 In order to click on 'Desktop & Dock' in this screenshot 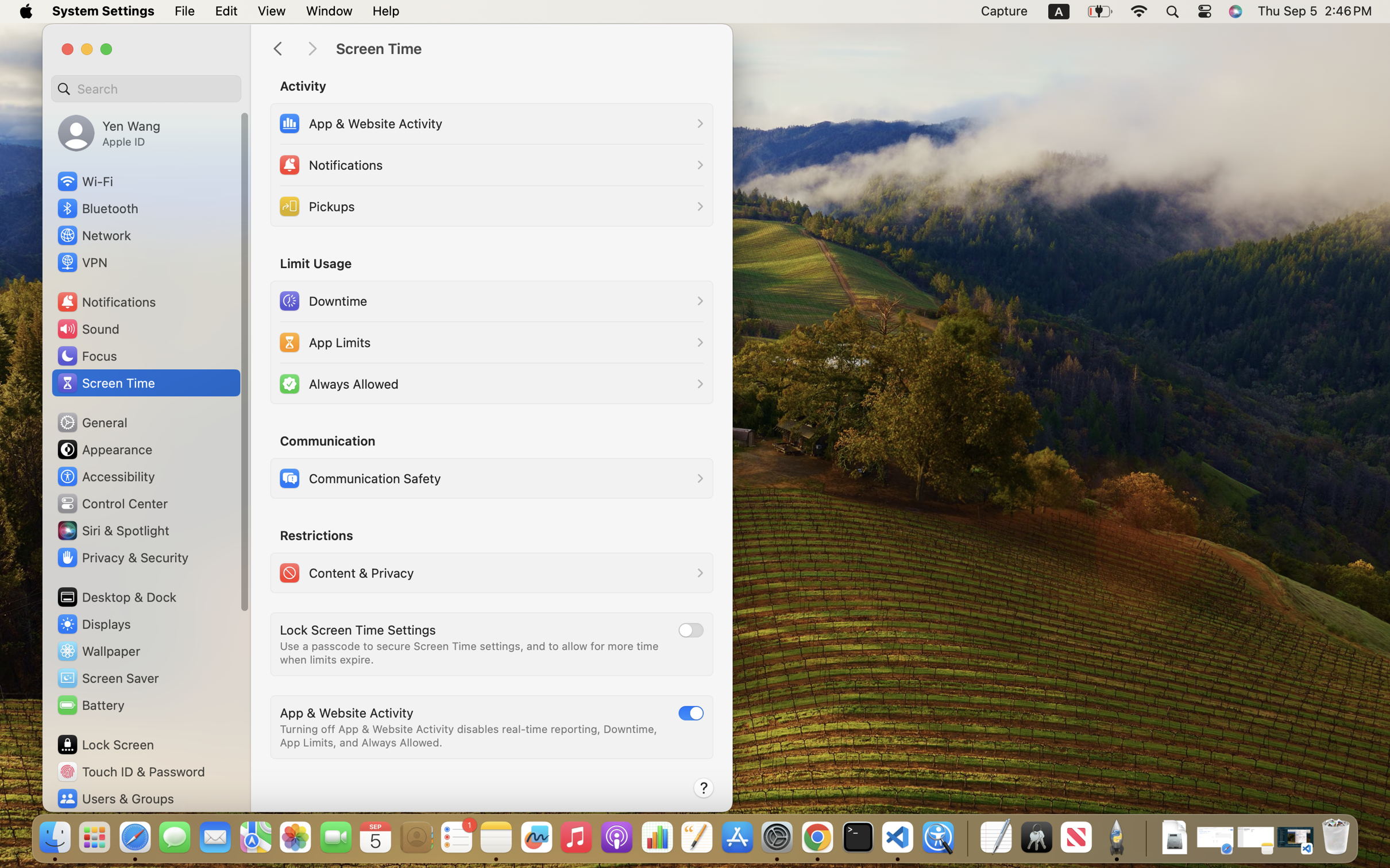, I will do `click(117, 596)`.